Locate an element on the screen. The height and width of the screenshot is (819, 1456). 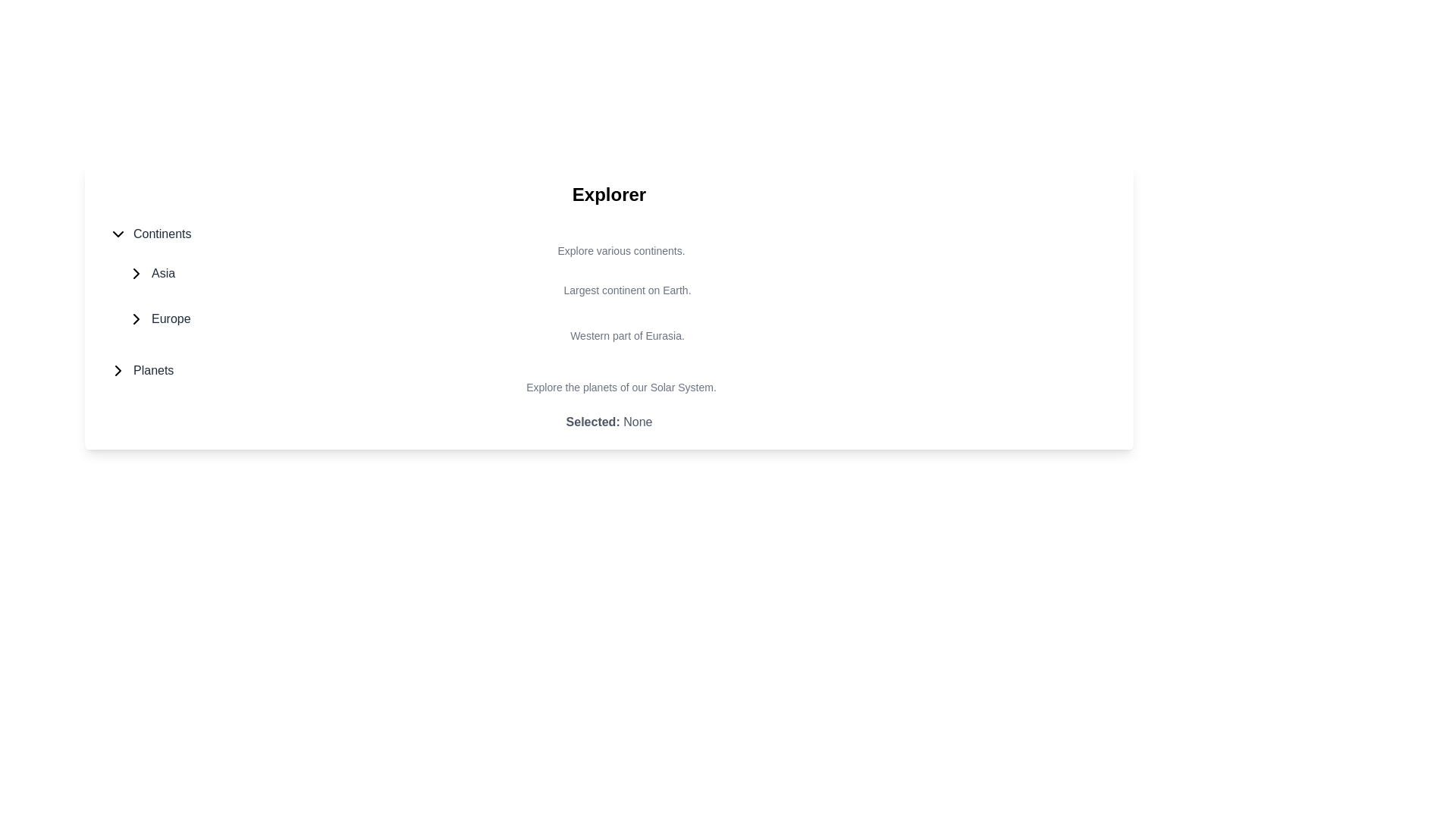
the interactive text label 'Europe' located below the 'Asia' label in the 'Continents' section for further interaction options is located at coordinates (171, 318).